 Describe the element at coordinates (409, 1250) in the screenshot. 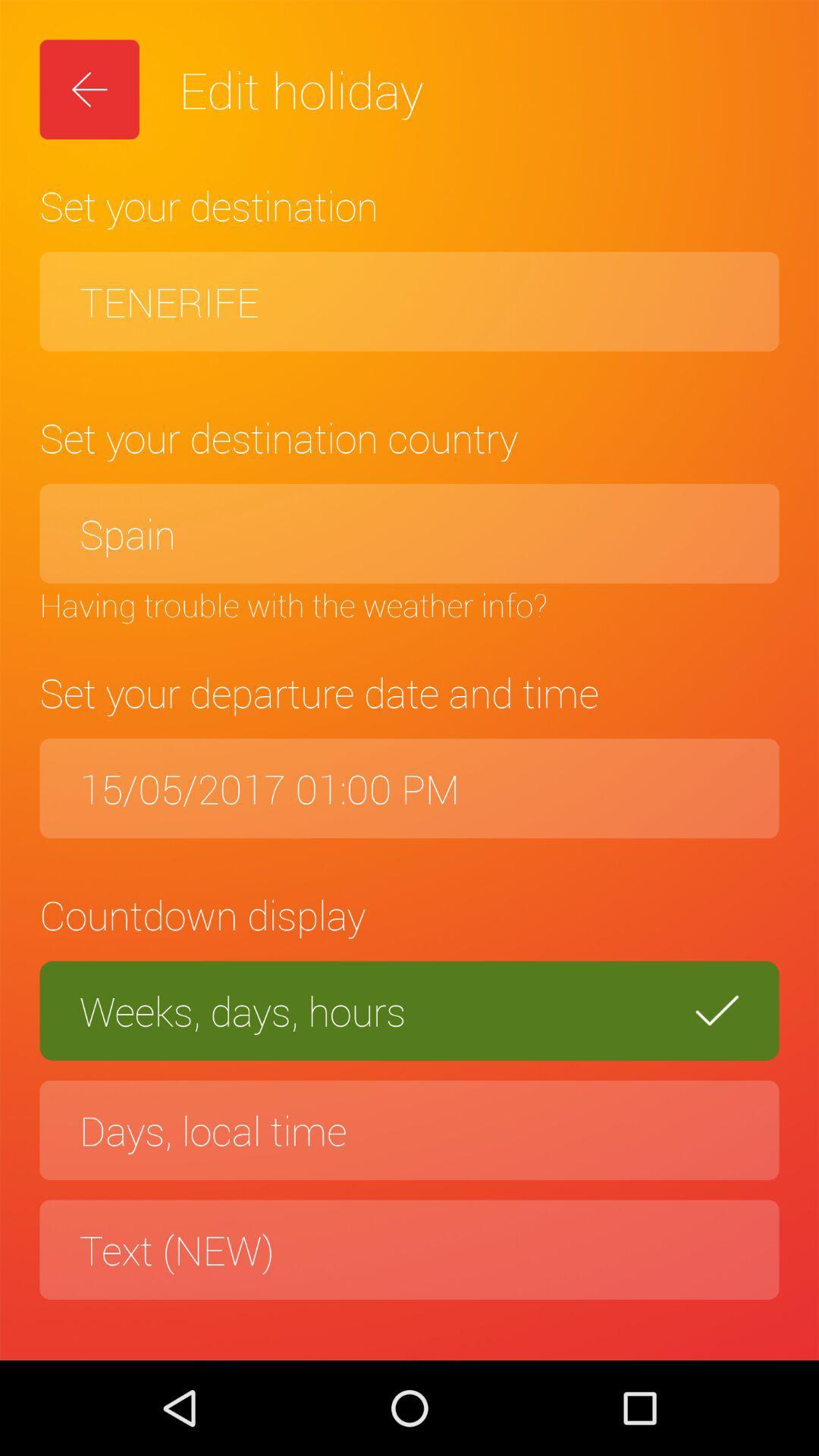

I see `the text (new) item` at that location.